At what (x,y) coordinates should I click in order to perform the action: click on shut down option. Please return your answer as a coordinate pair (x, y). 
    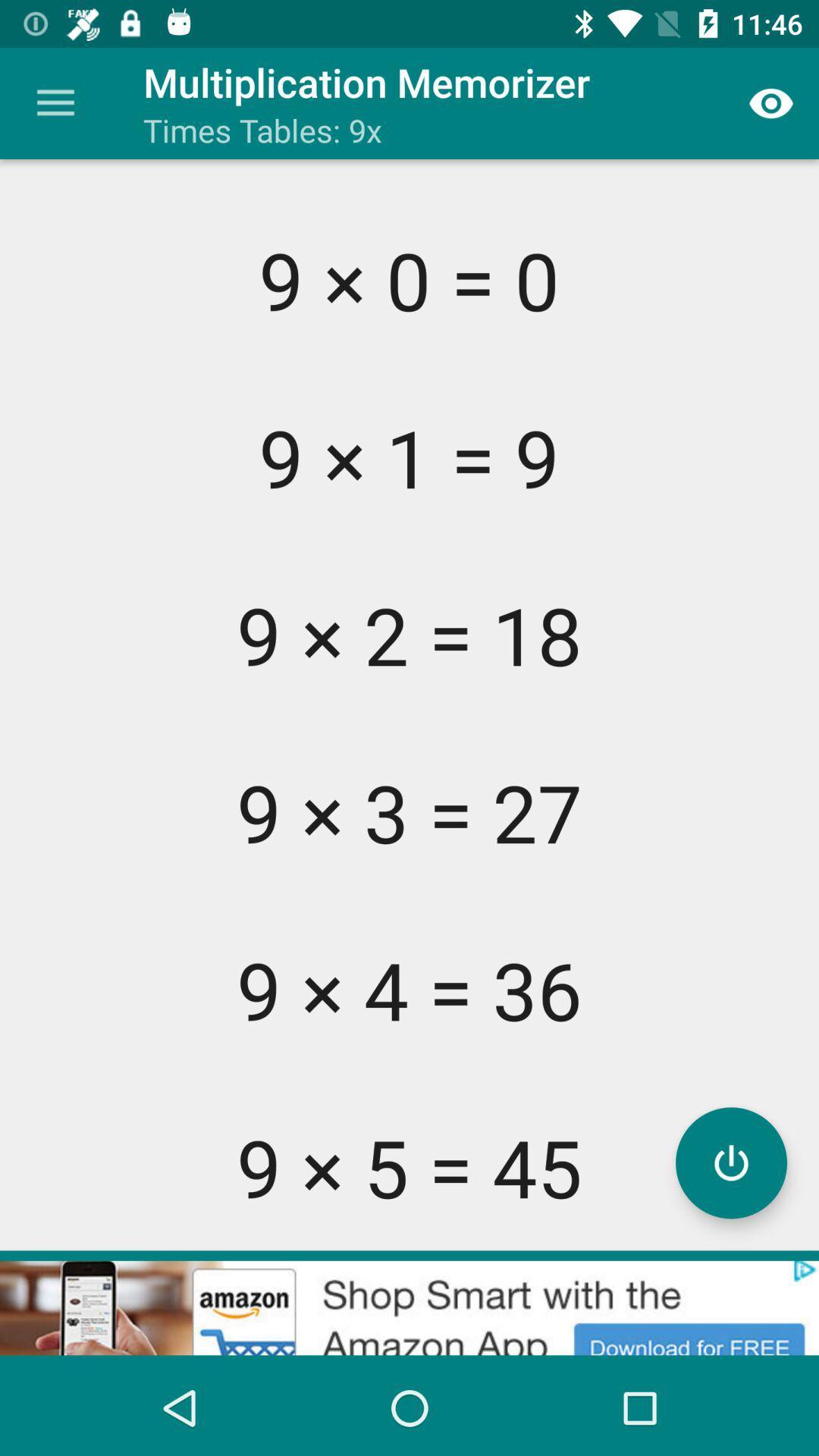
    Looking at the image, I should click on (730, 1162).